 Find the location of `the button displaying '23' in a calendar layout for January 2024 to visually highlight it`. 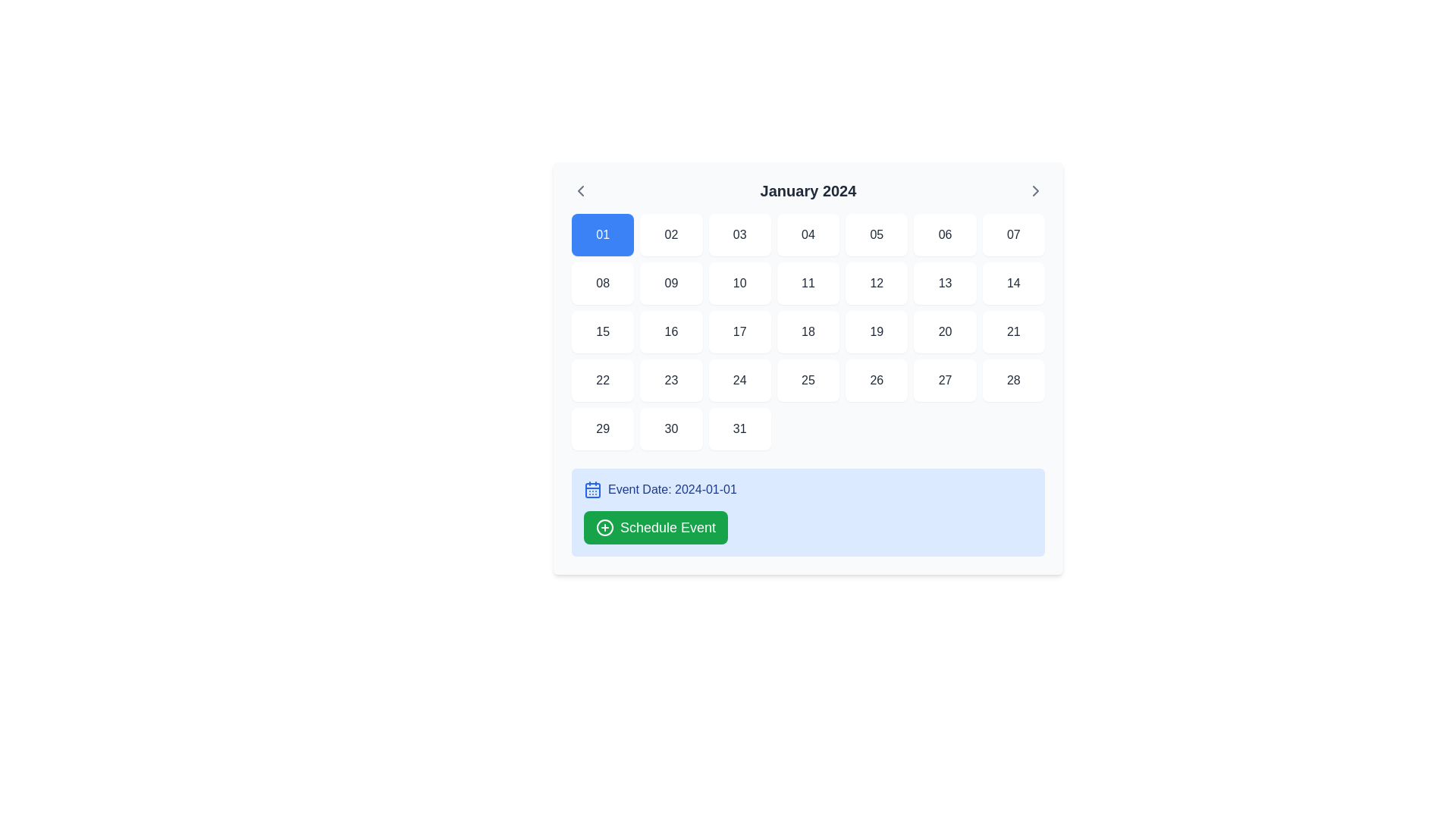

the button displaying '23' in a calendar layout for January 2024 to visually highlight it is located at coordinates (670, 379).